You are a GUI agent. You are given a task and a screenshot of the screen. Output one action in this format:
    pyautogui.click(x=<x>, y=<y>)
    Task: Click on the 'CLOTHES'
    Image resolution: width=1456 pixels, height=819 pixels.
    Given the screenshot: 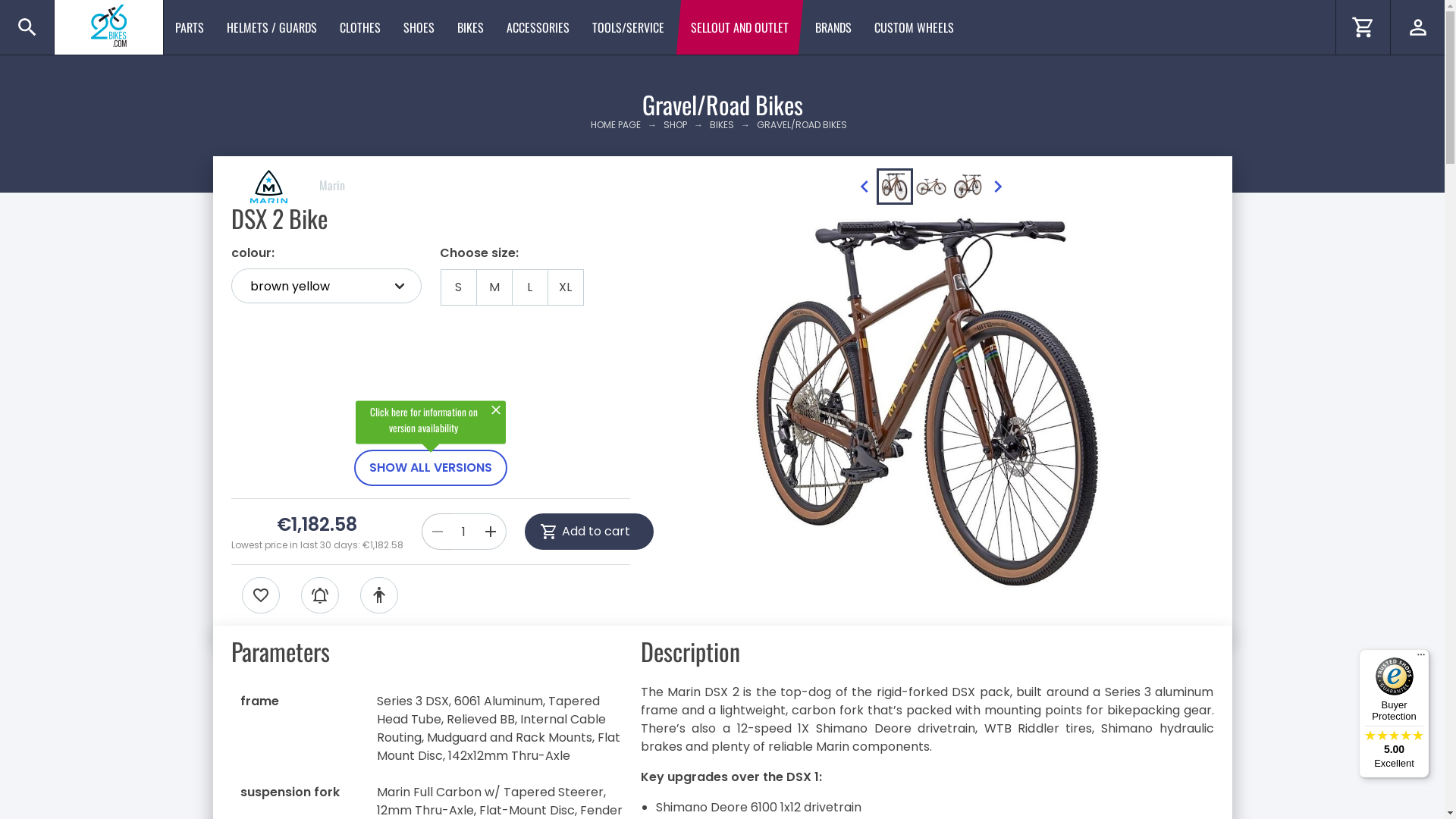 What is the action you would take?
    pyautogui.click(x=359, y=27)
    